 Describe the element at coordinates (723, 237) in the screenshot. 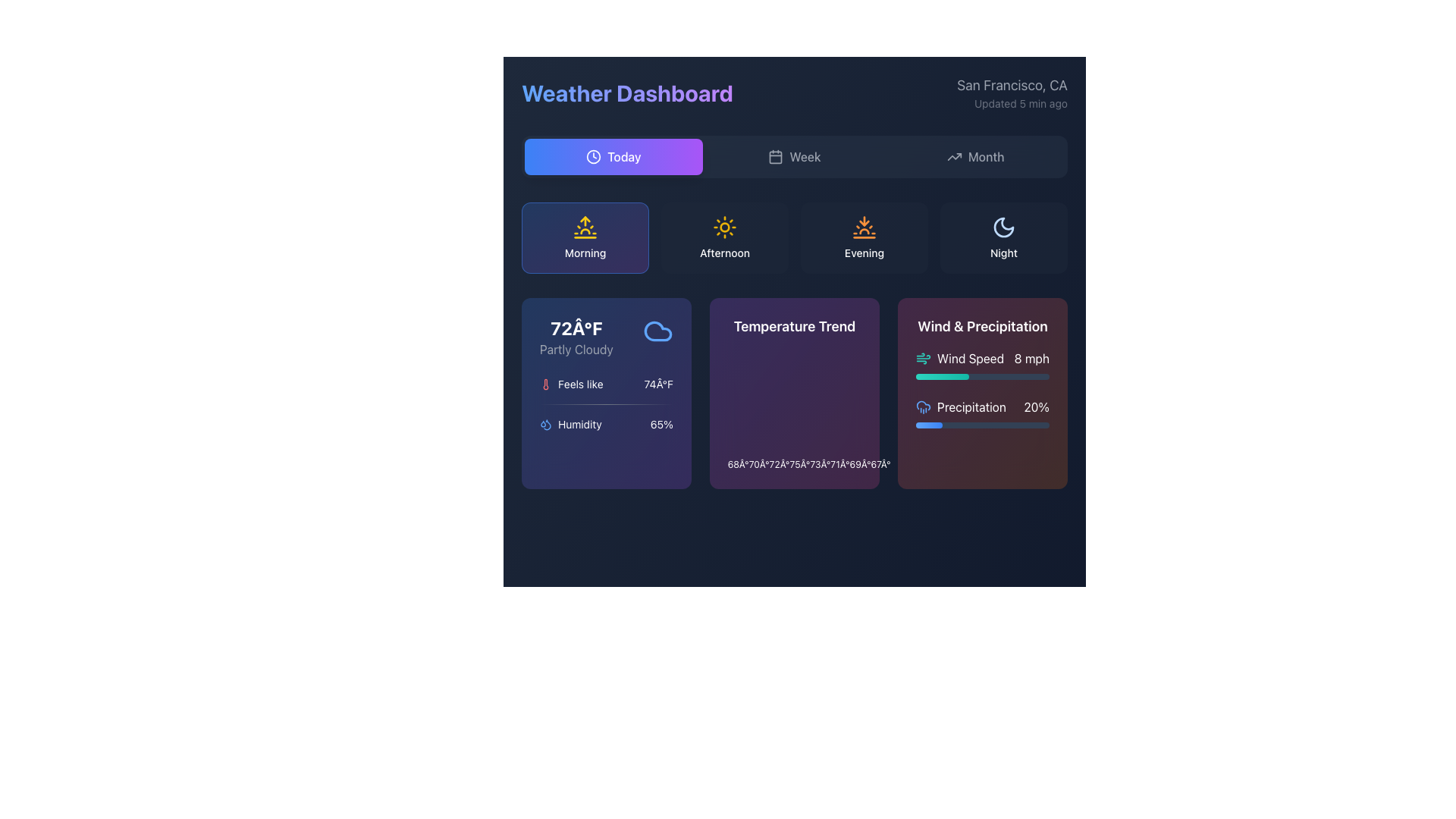

I see `the 'Afternoon' button located in the middle top row of the Weather Dashboard, positioned between the 'Morning' and 'Evening' sections` at that location.